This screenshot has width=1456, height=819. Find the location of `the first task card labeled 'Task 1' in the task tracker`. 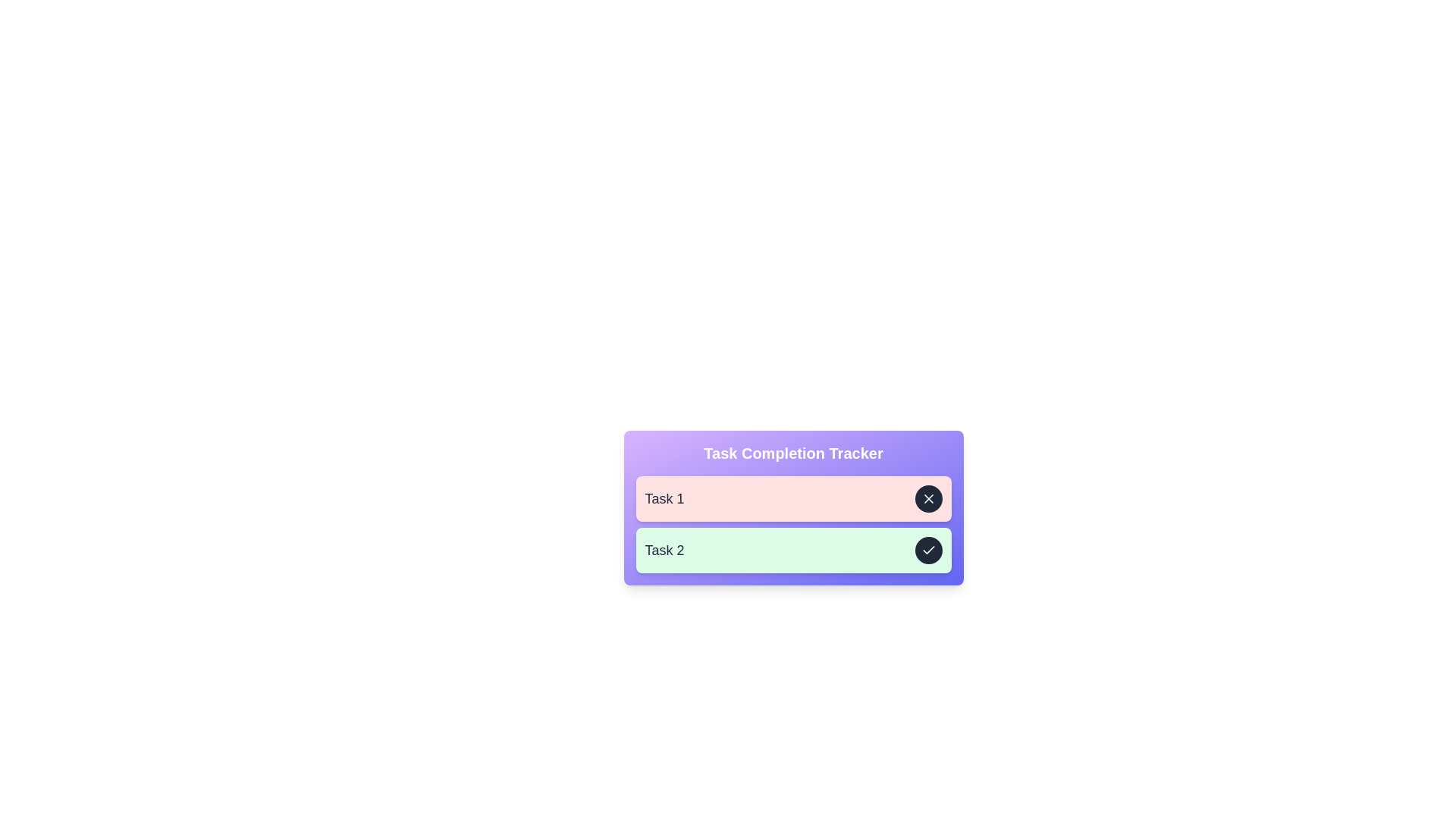

the first task card labeled 'Task 1' in the task tracker is located at coordinates (792, 499).